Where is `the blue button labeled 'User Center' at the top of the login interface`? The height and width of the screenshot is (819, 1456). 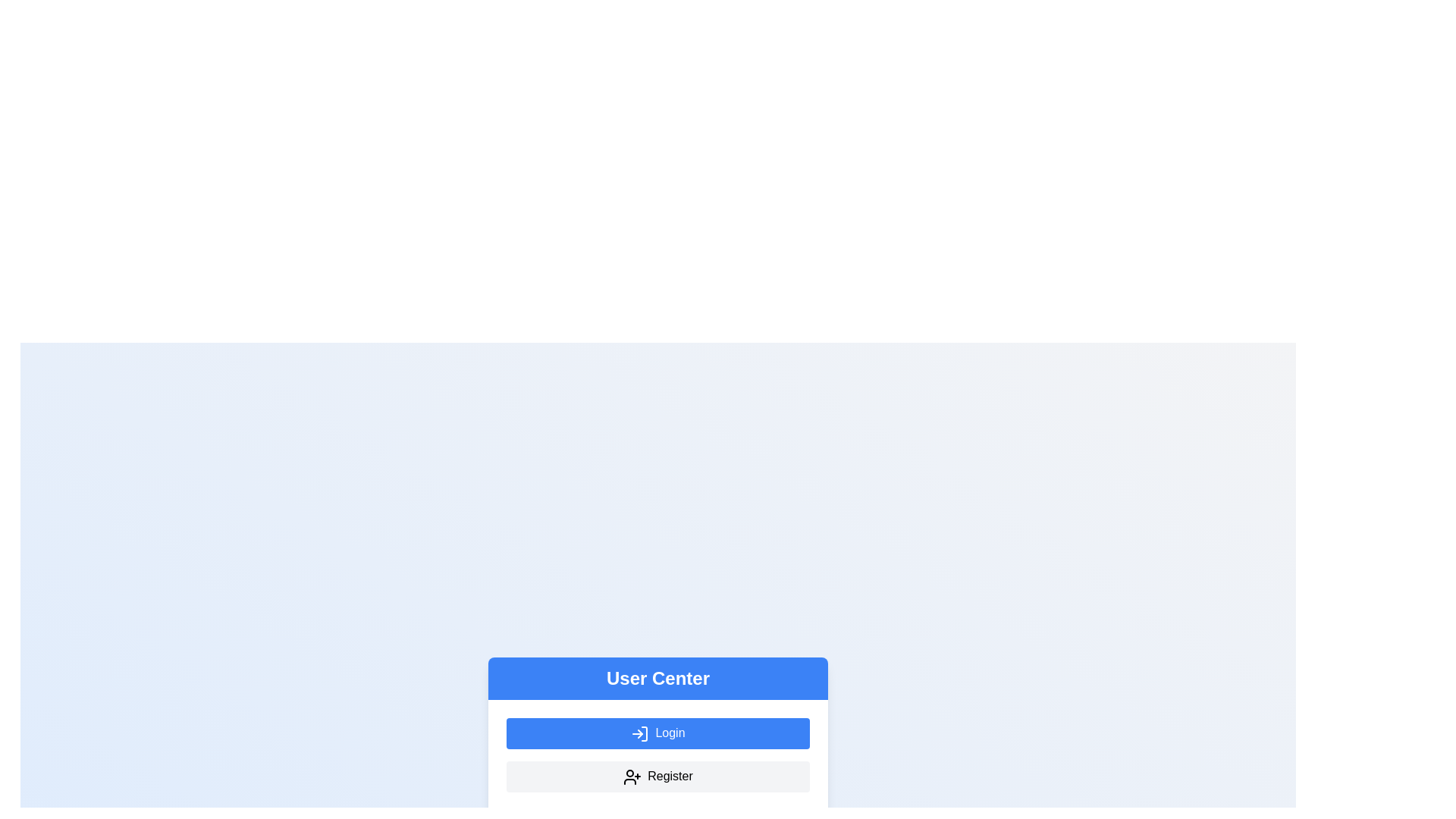 the blue button labeled 'User Center' at the top of the login interface is located at coordinates (658, 677).